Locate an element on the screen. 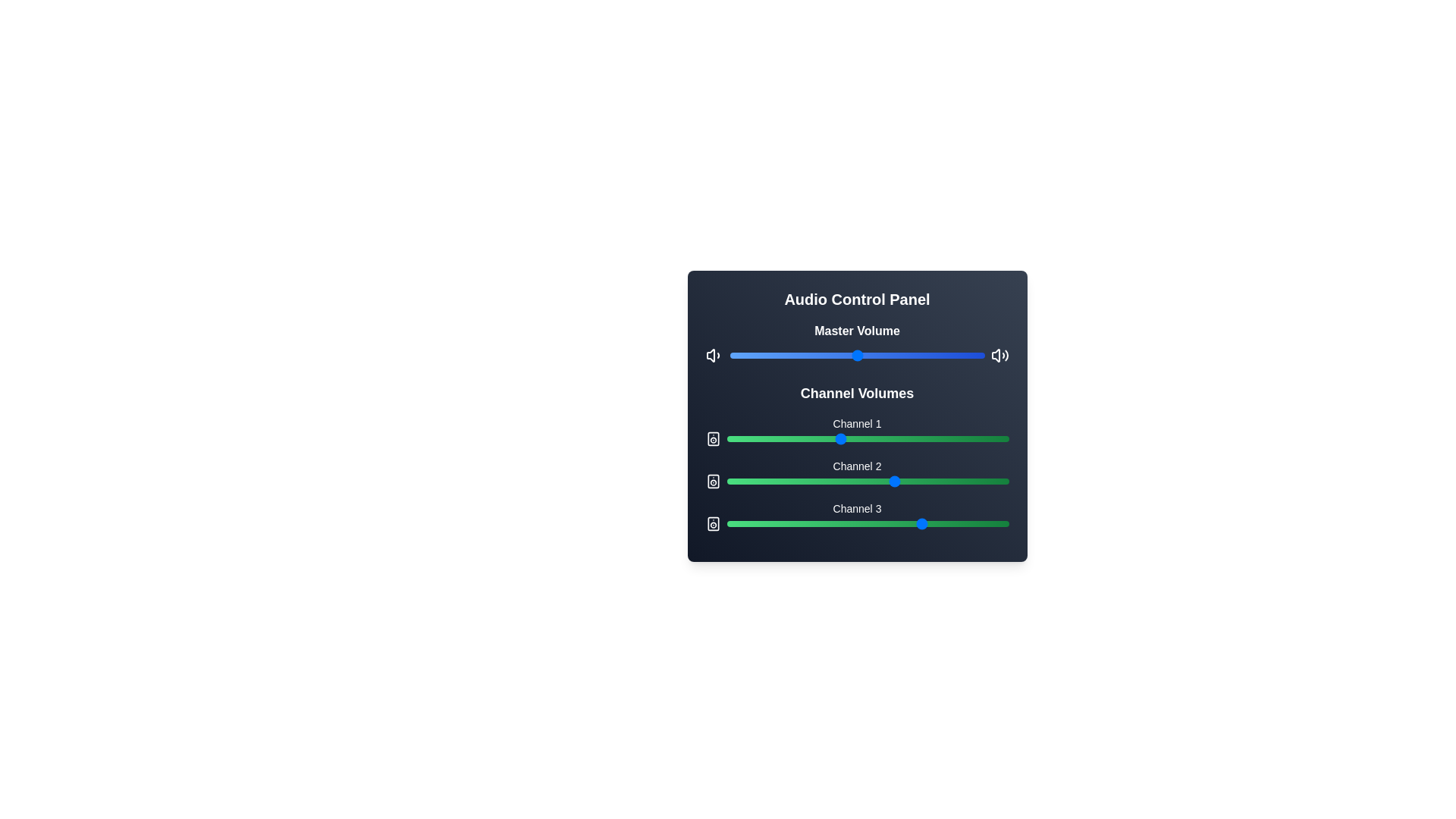 The width and height of the screenshot is (1456, 819). the muted speaker icon located near the top-right corner of the 'Master Volume' section is located at coordinates (996, 356).